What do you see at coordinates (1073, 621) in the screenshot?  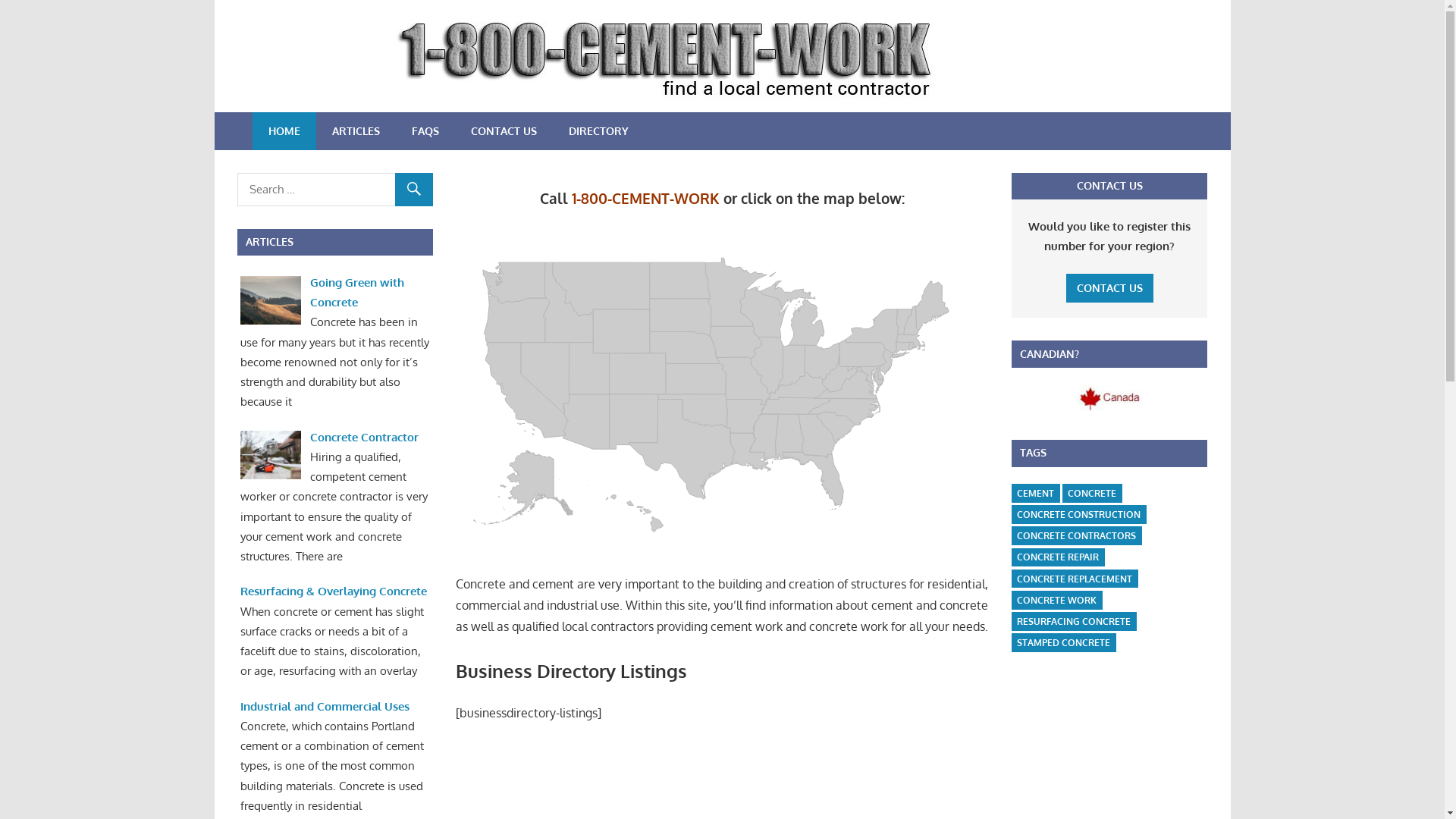 I see `'RESURFACING CONCRETE'` at bounding box center [1073, 621].